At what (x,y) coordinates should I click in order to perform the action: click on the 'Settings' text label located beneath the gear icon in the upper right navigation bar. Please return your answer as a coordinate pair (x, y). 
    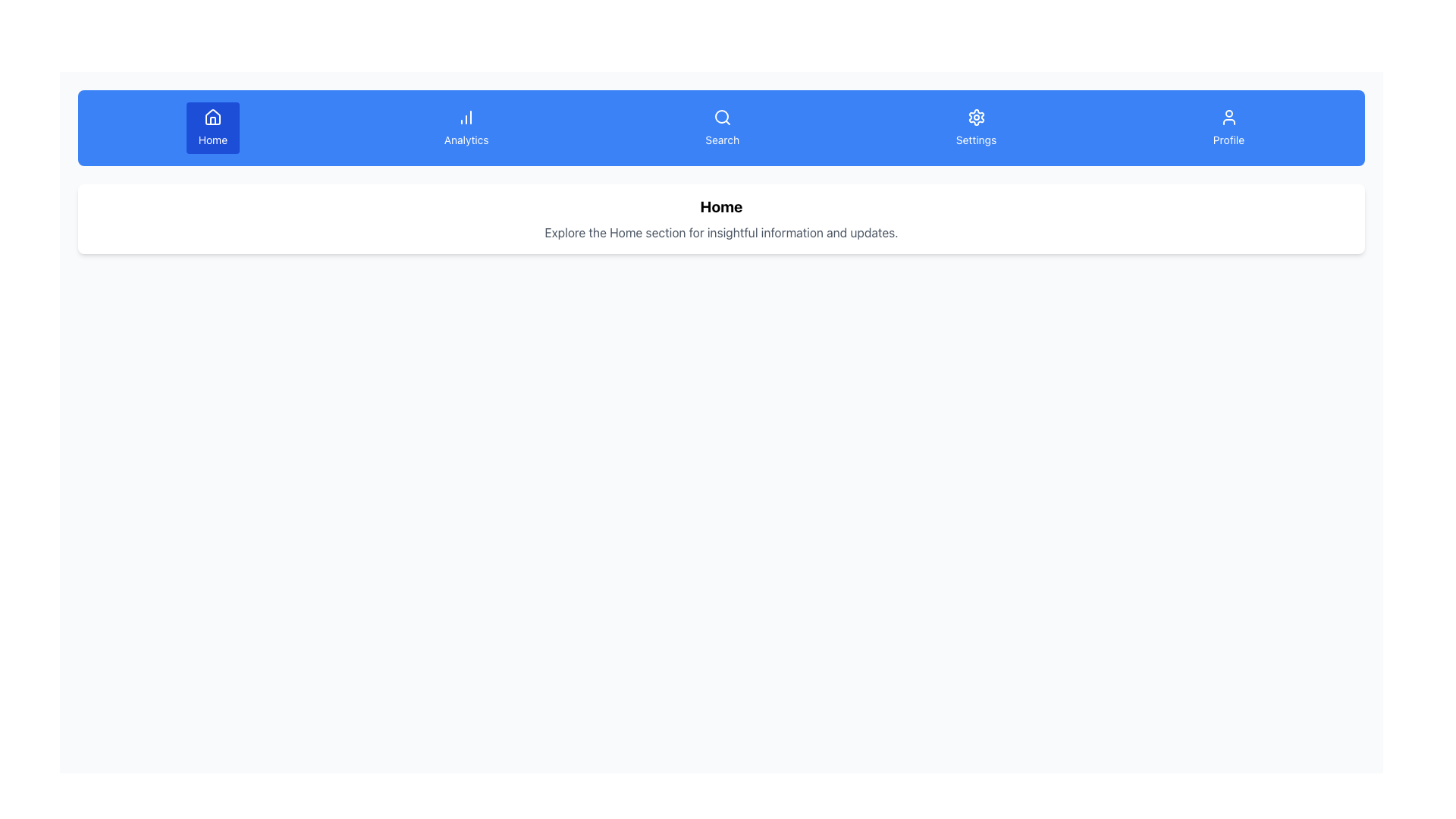
    Looking at the image, I should click on (976, 140).